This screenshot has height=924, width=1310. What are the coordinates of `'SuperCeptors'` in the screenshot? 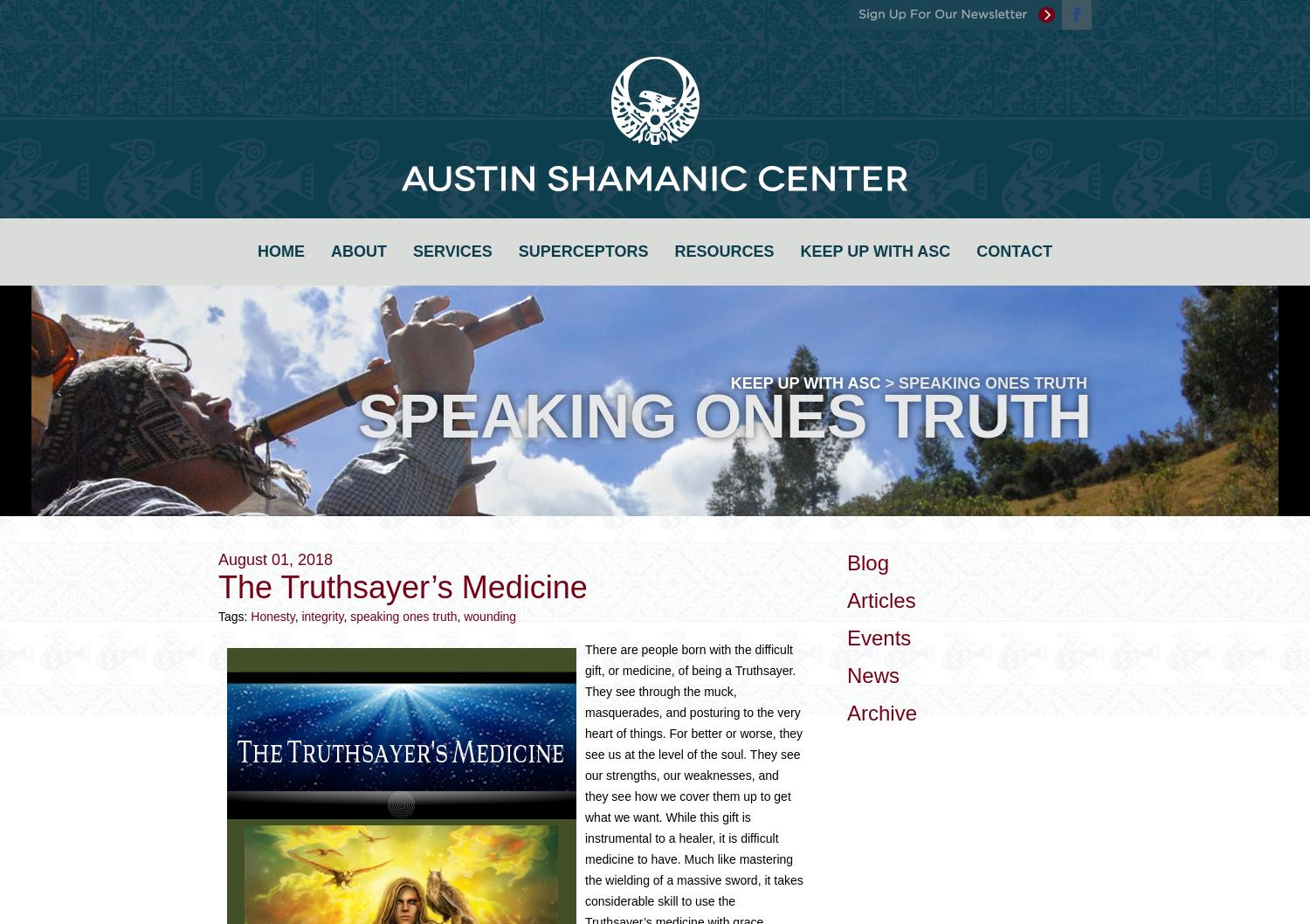 It's located at (516, 250).